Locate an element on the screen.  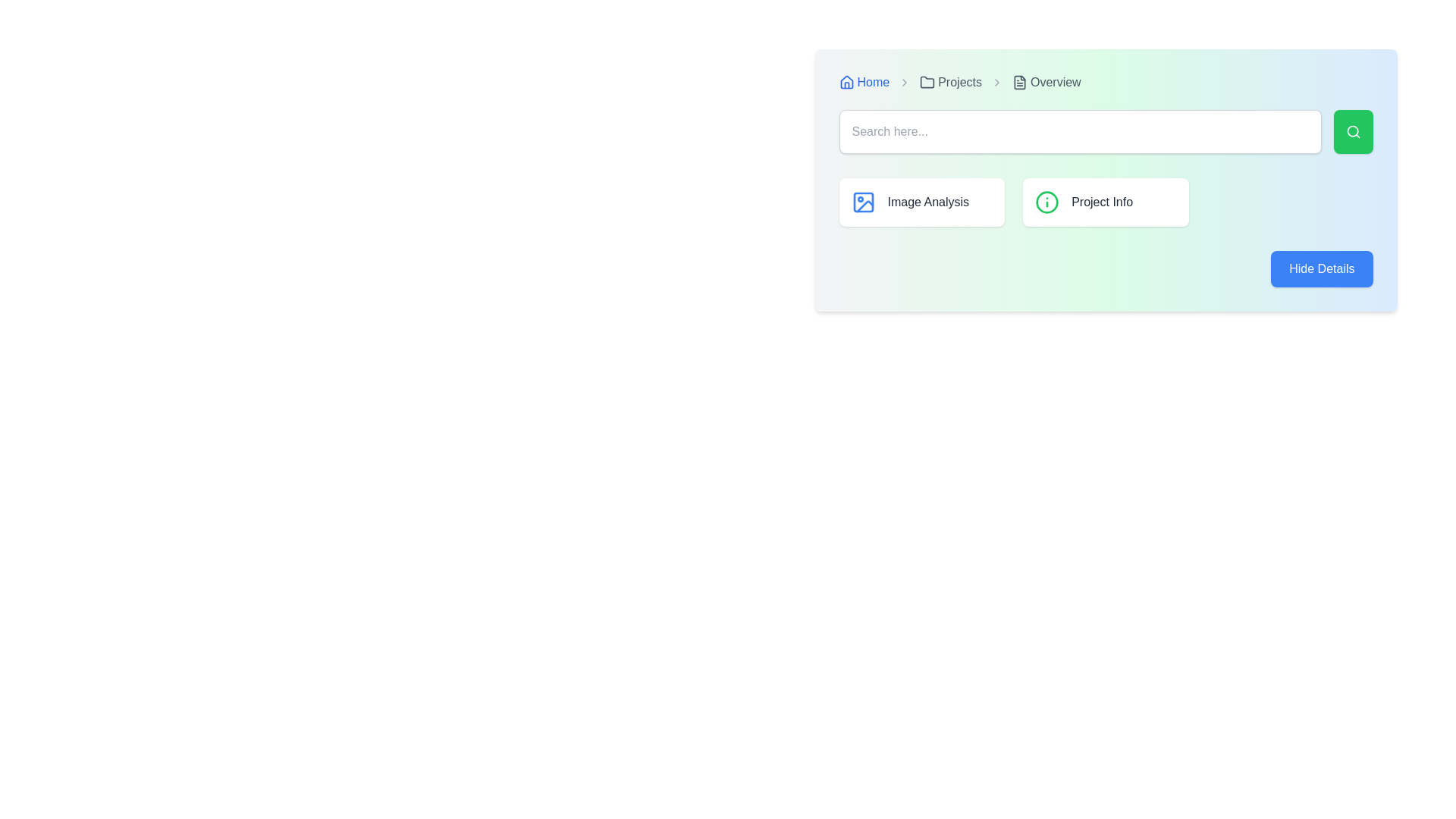
the second card in the 'Projects > Overview' section, which is located to the right of the 'Image Analysis' card is located at coordinates (1106, 201).